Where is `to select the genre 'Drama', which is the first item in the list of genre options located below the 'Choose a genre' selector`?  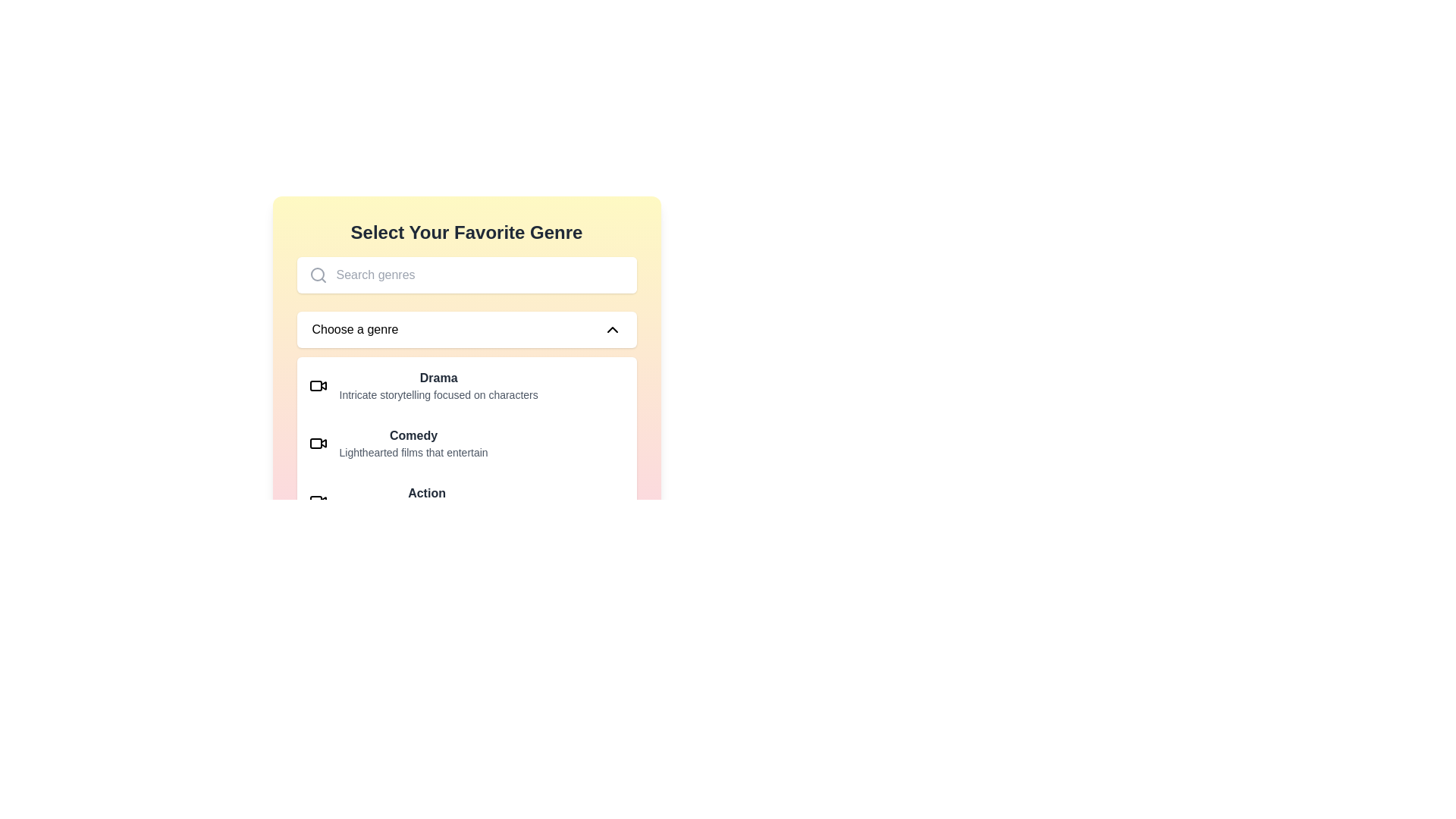
to select the genre 'Drama', which is the first item in the list of genre options located below the 'Choose a genre' selector is located at coordinates (438, 385).